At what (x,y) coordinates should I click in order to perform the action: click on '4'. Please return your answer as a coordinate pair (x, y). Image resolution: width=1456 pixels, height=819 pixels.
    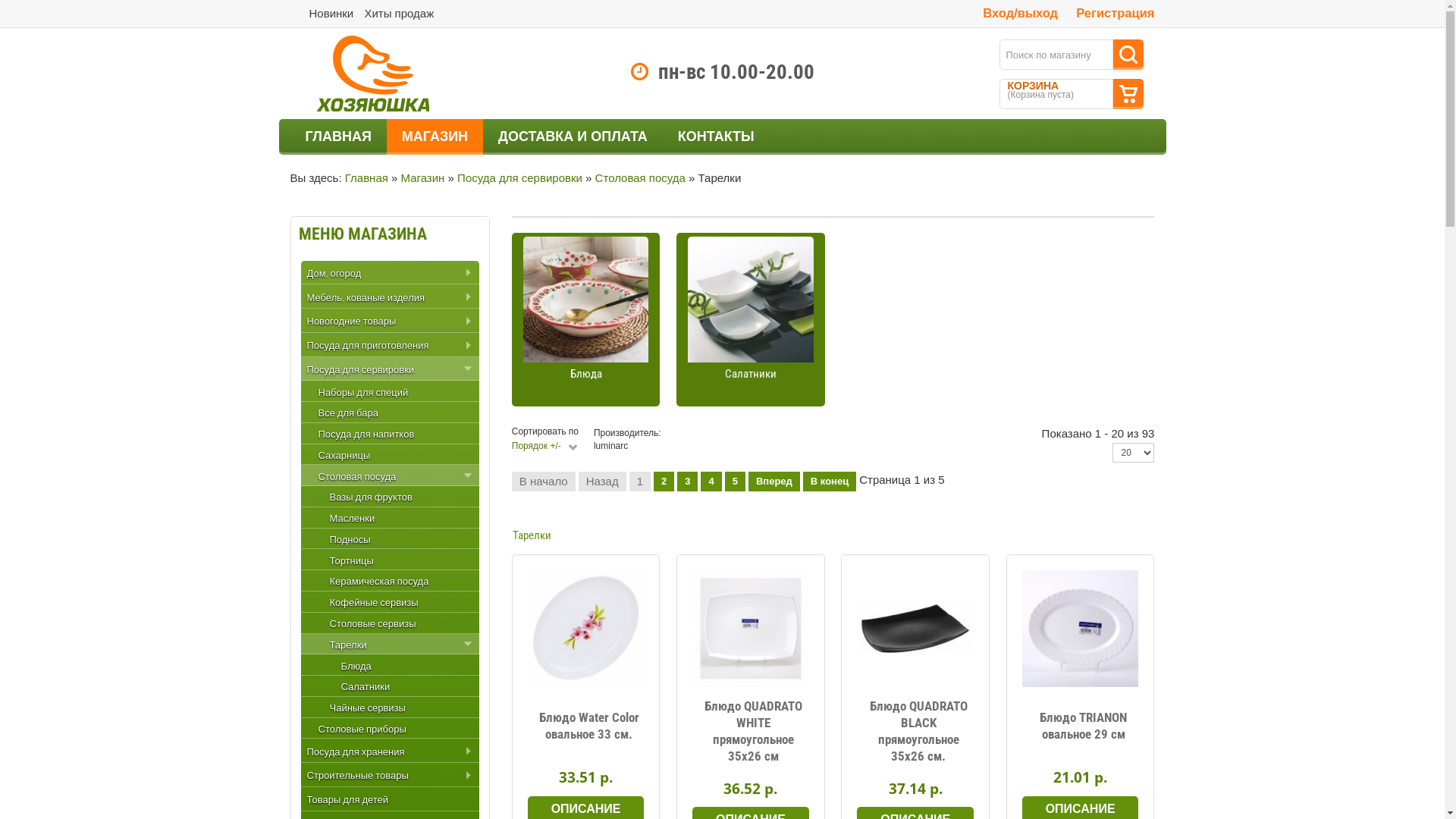
    Looking at the image, I should click on (710, 482).